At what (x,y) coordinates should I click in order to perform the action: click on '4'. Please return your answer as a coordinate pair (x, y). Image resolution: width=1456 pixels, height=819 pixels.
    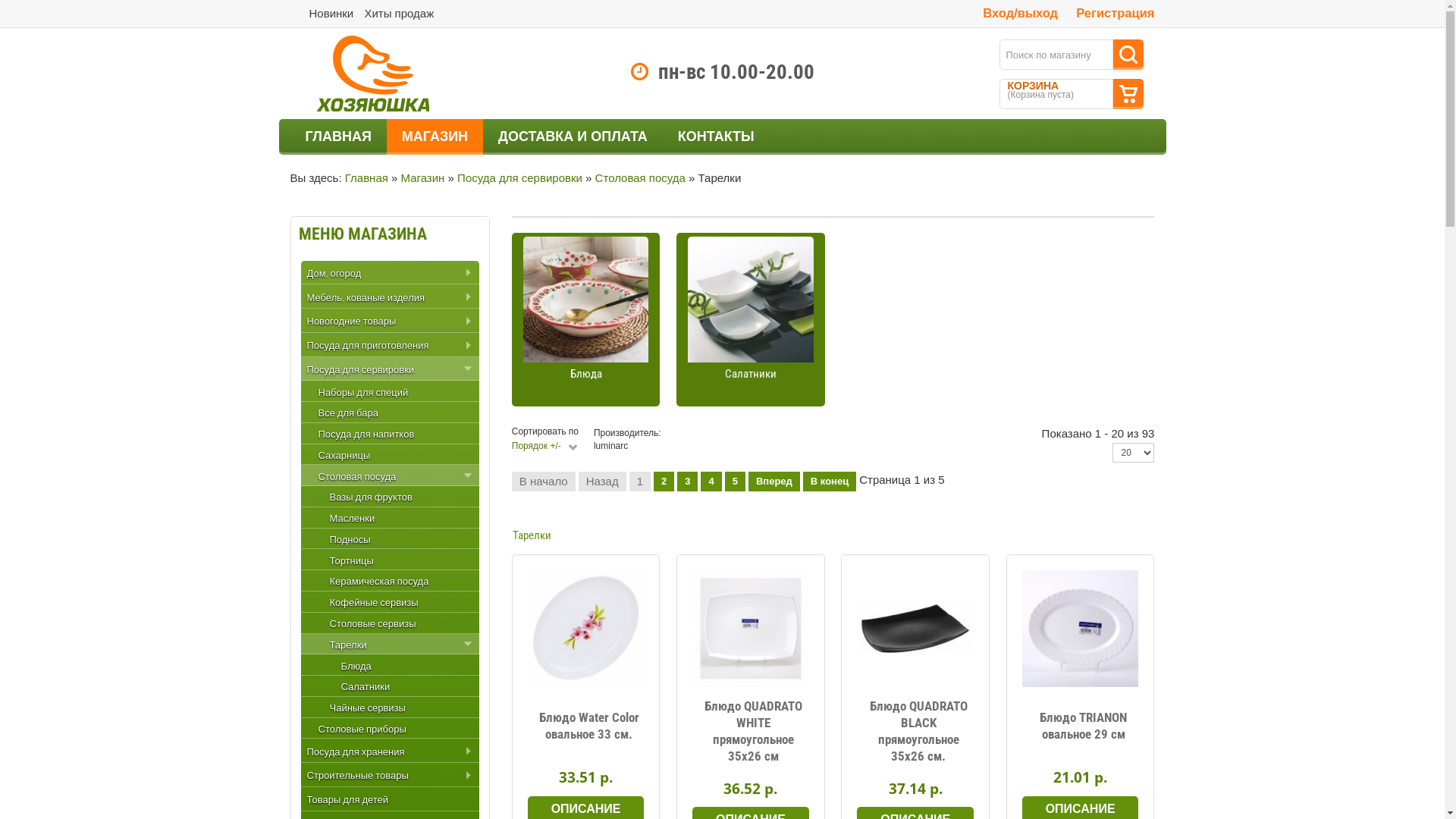
    Looking at the image, I should click on (710, 482).